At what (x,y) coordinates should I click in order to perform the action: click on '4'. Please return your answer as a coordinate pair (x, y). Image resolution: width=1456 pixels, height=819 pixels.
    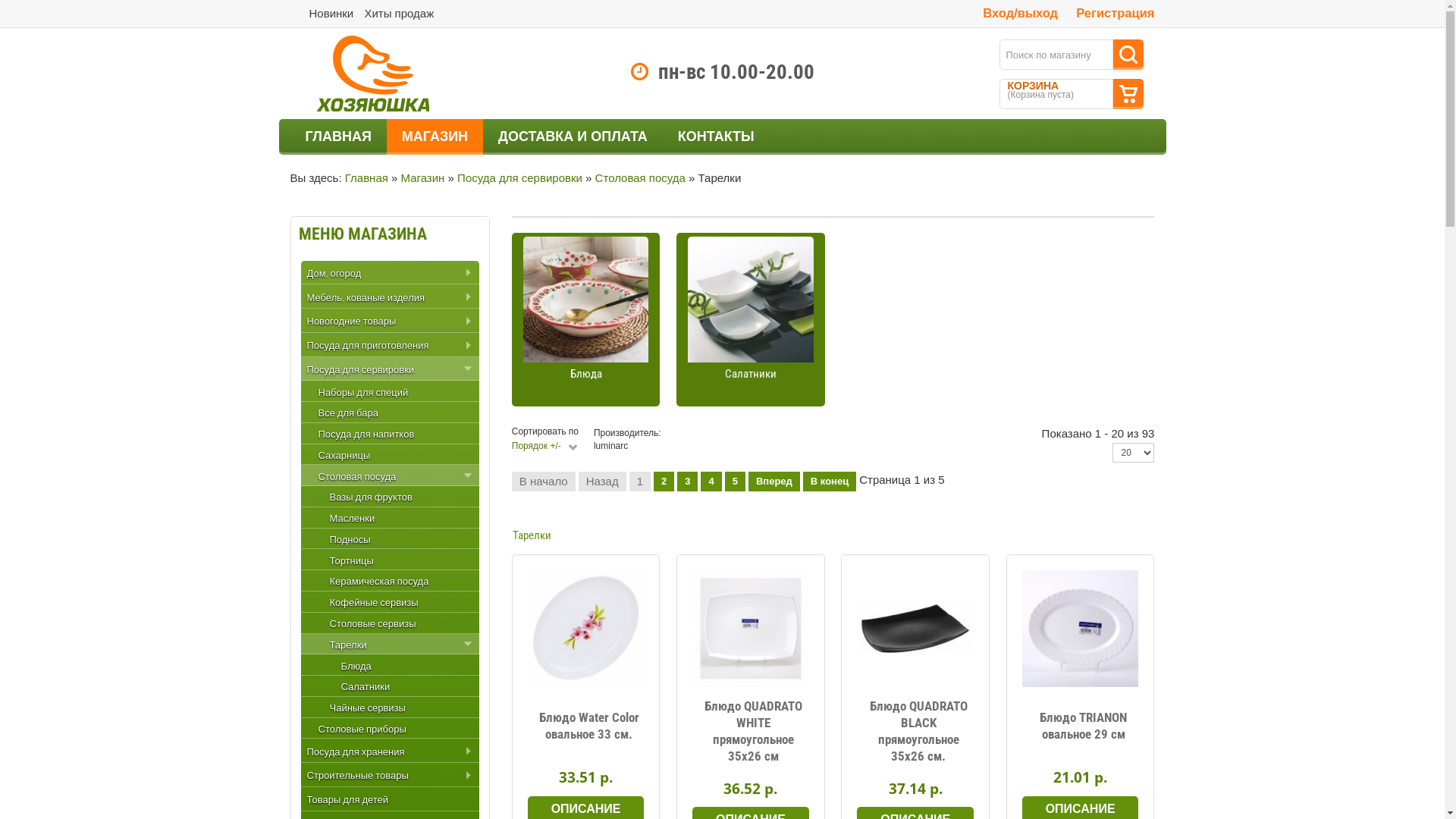
    Looking at the image, I should click on (710, 482).